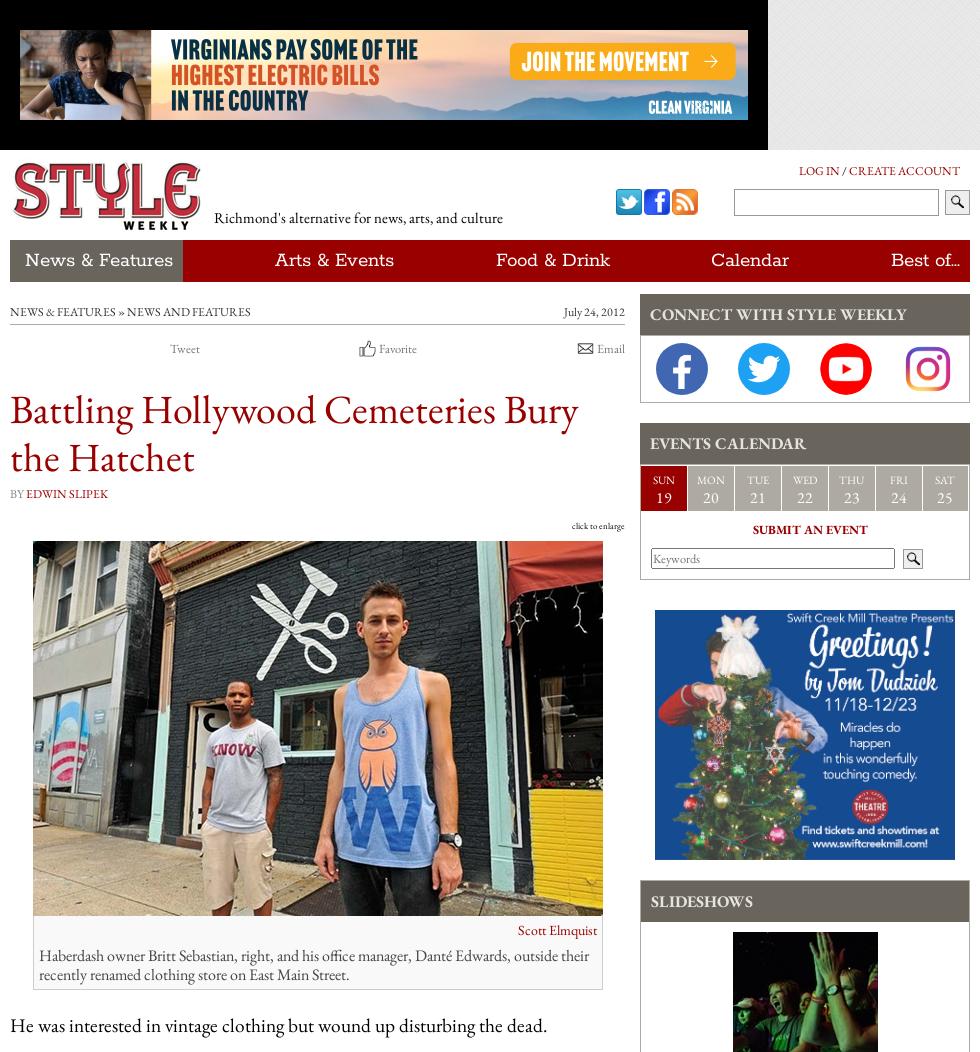  What do you see at coordinates (598, 526) in the screenshot?
I see `'click to enlarge'` at bounding box center [598, 526].